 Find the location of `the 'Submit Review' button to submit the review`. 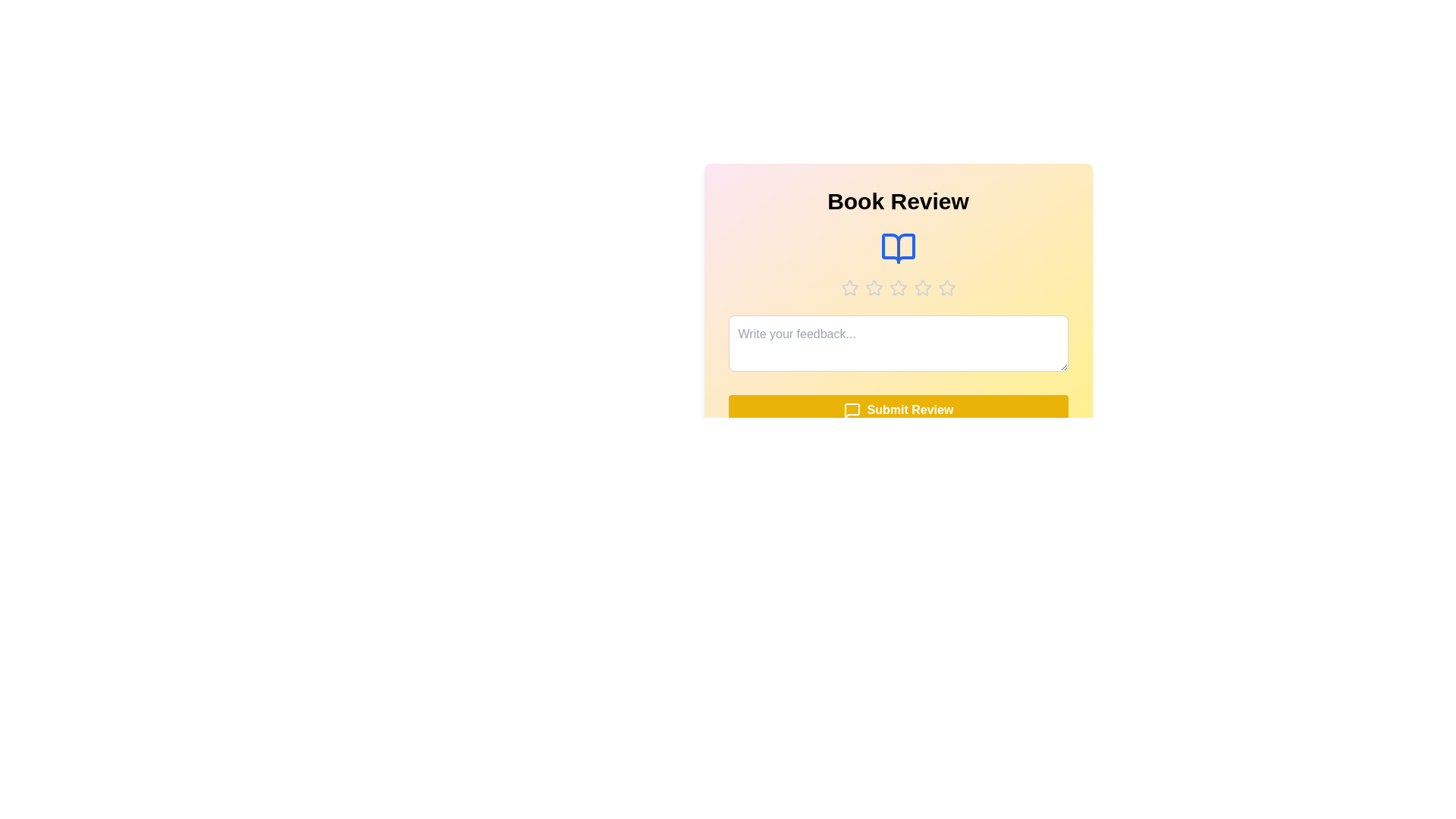

the 'Submit Review' button to submit the review is located at coordinates (898, 410).